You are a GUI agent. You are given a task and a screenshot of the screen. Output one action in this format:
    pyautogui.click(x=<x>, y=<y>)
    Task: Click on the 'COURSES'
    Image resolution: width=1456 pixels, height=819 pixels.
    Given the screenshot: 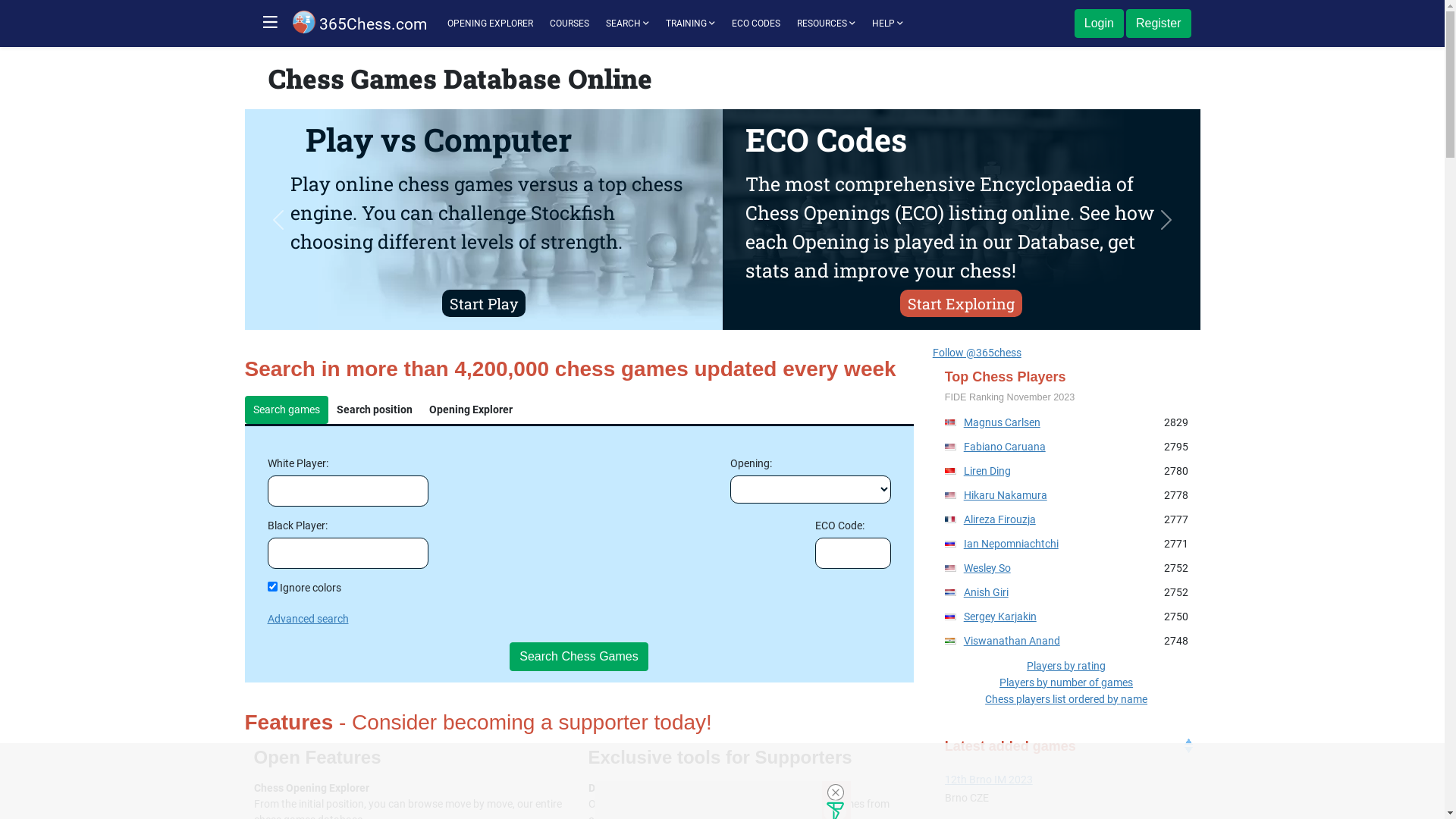 What is the action you would take?
    pyautogui.click(x=567, y=23)
    